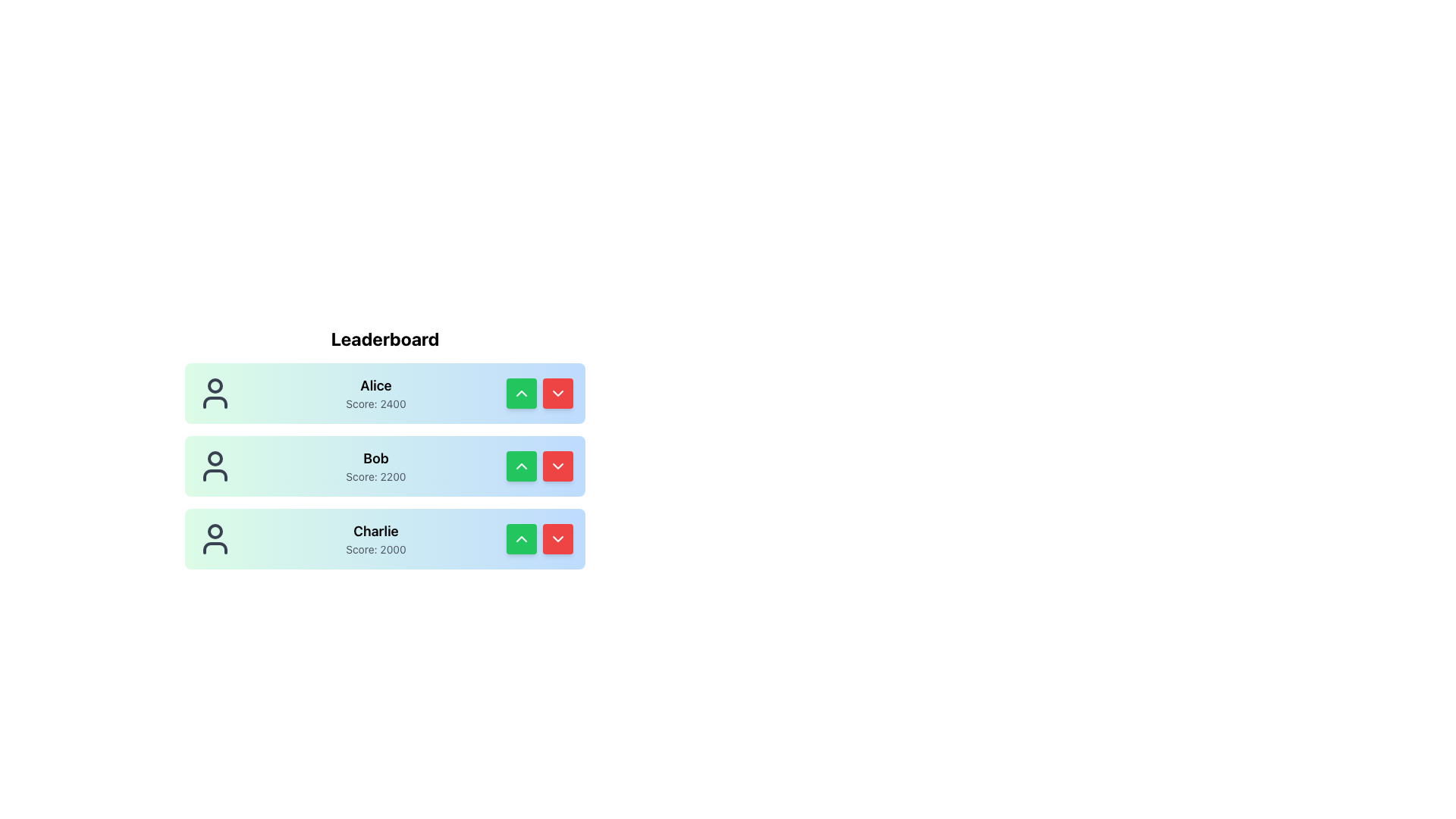 The image size is (1456, 819). What do you see at coordinates (375, 465) in the screenshot?
I see `the Text Display element that shows the name 'Bob' prominently in bold with a score of '2200' below it` at bounding box center [375, 465].